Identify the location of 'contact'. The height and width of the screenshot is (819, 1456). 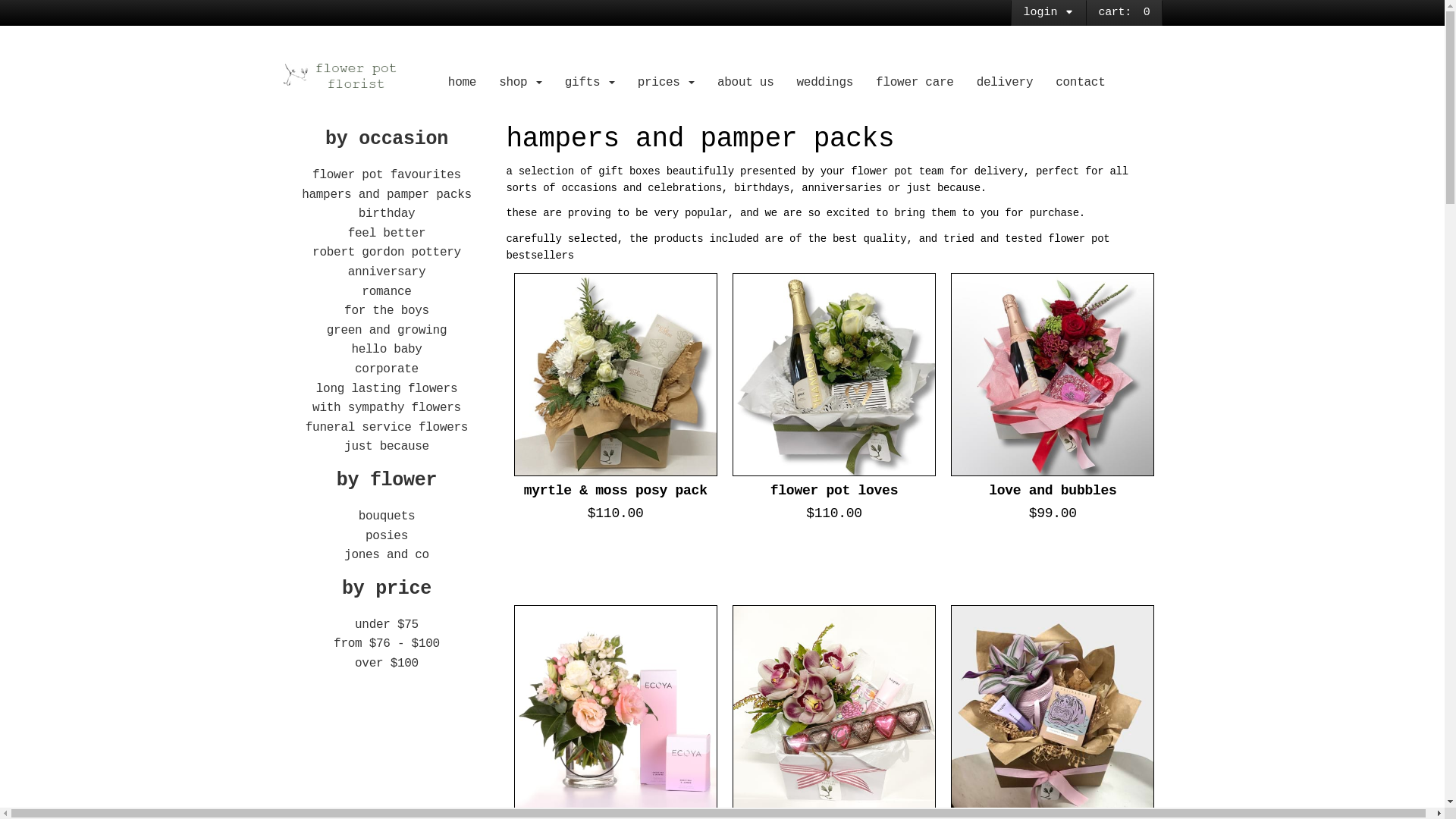
(1079, 82).